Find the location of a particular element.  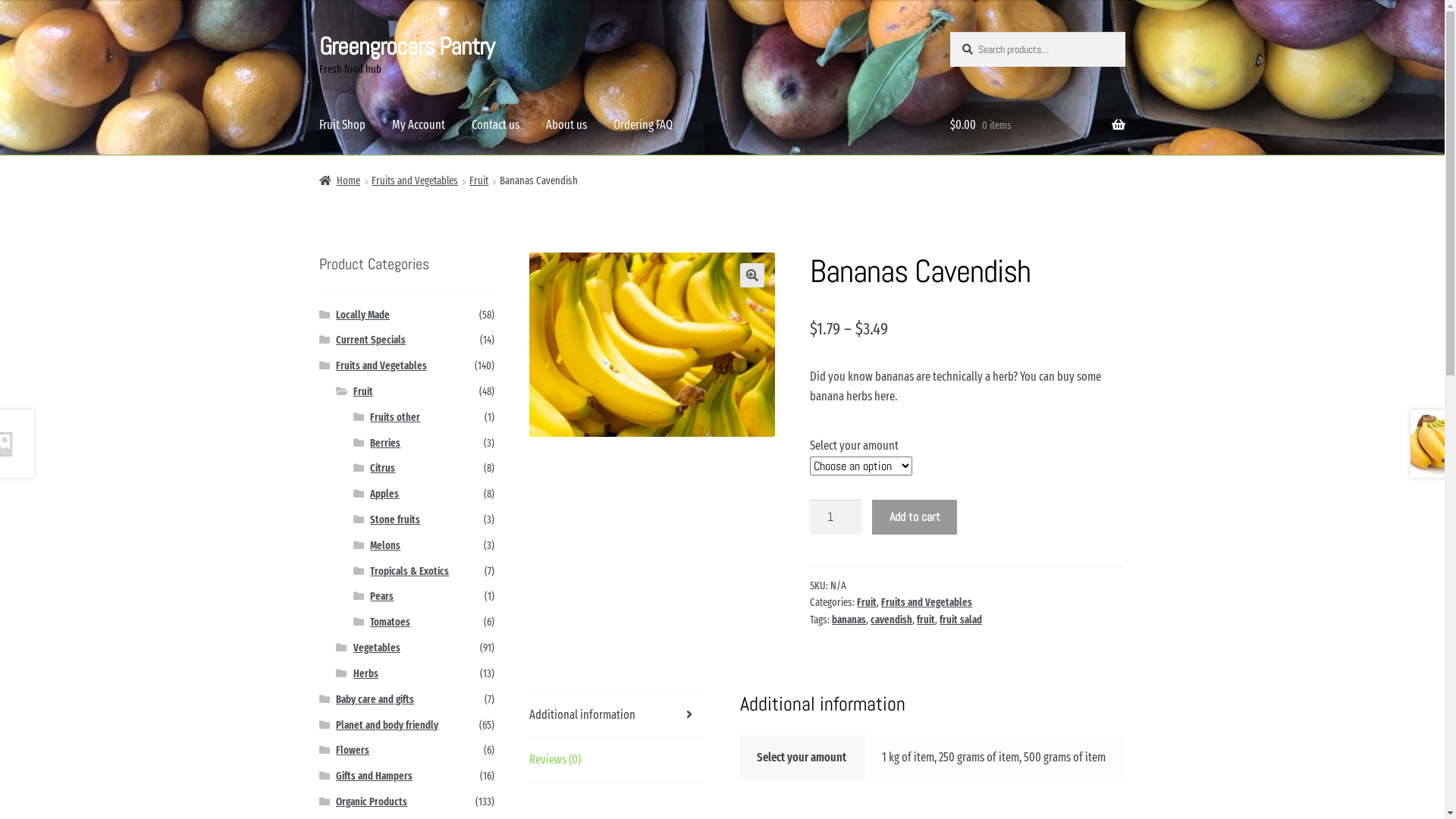

'bananas' is located at coordinates (848, 620).